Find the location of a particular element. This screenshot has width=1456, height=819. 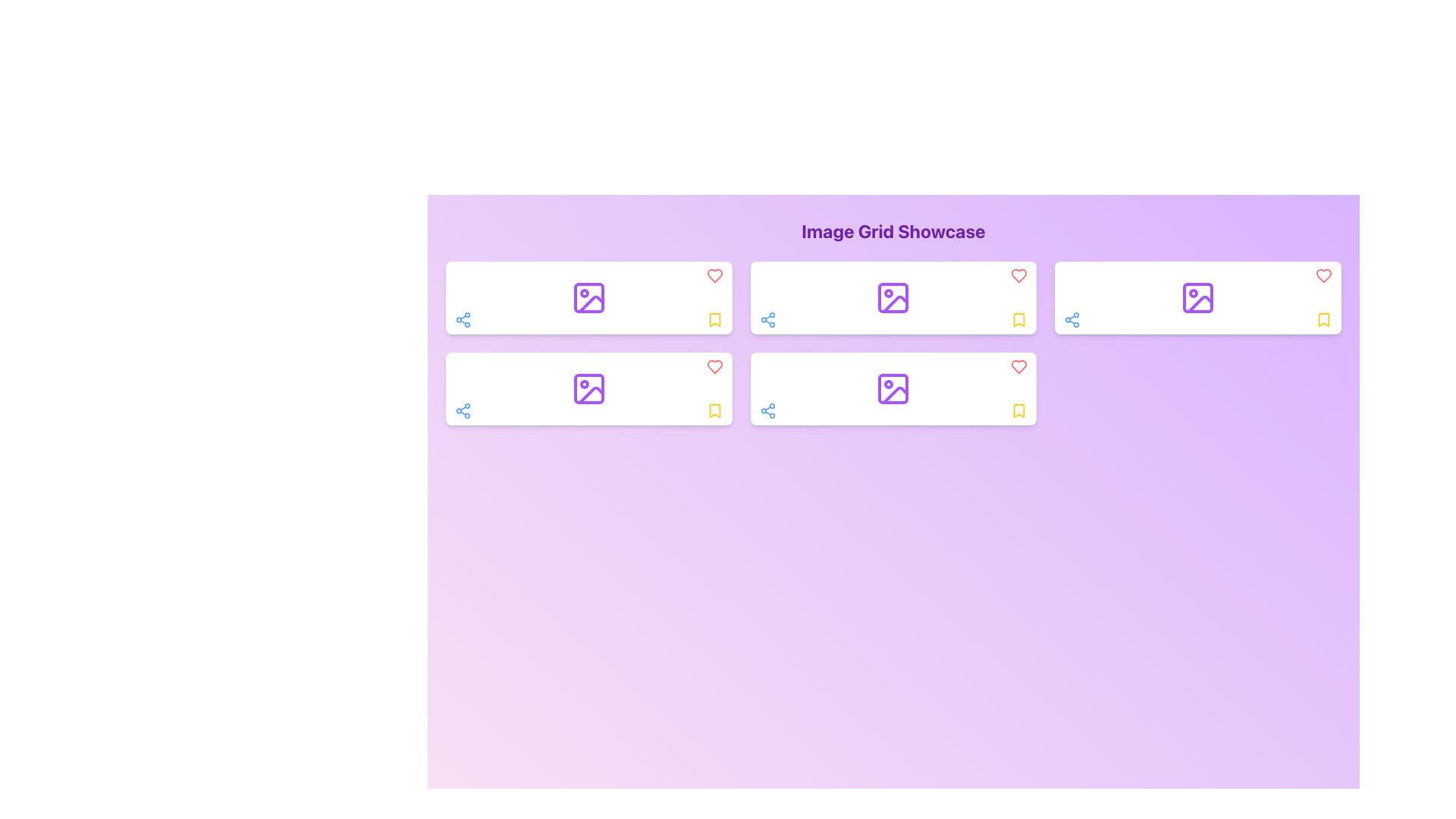

the heart icon in the top-right corner of the card is located at coordinates (1019, 275).